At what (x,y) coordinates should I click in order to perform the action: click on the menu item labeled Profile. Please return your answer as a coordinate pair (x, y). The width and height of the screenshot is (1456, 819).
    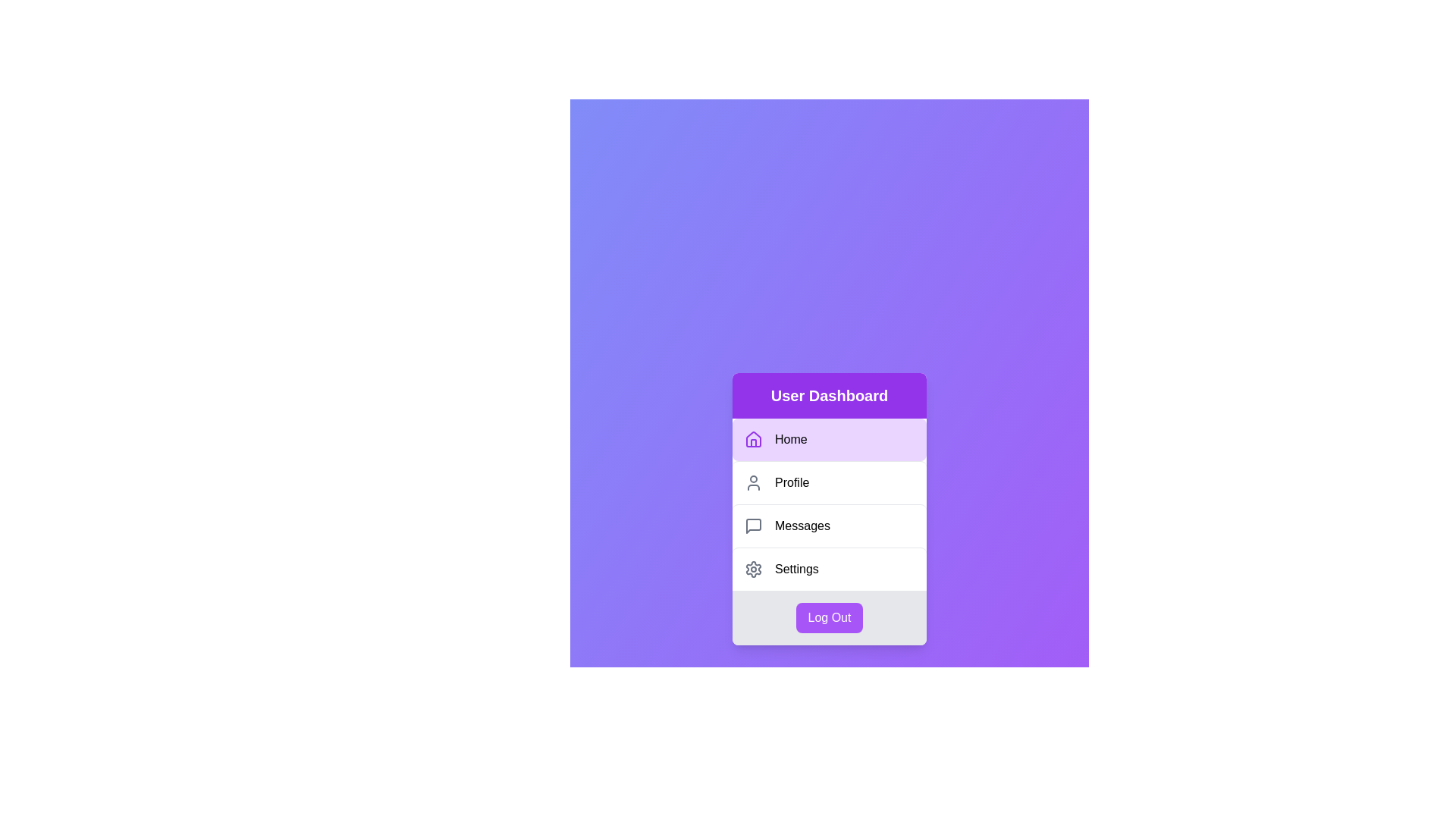
    Looking at the image, I should click on (829, 482).